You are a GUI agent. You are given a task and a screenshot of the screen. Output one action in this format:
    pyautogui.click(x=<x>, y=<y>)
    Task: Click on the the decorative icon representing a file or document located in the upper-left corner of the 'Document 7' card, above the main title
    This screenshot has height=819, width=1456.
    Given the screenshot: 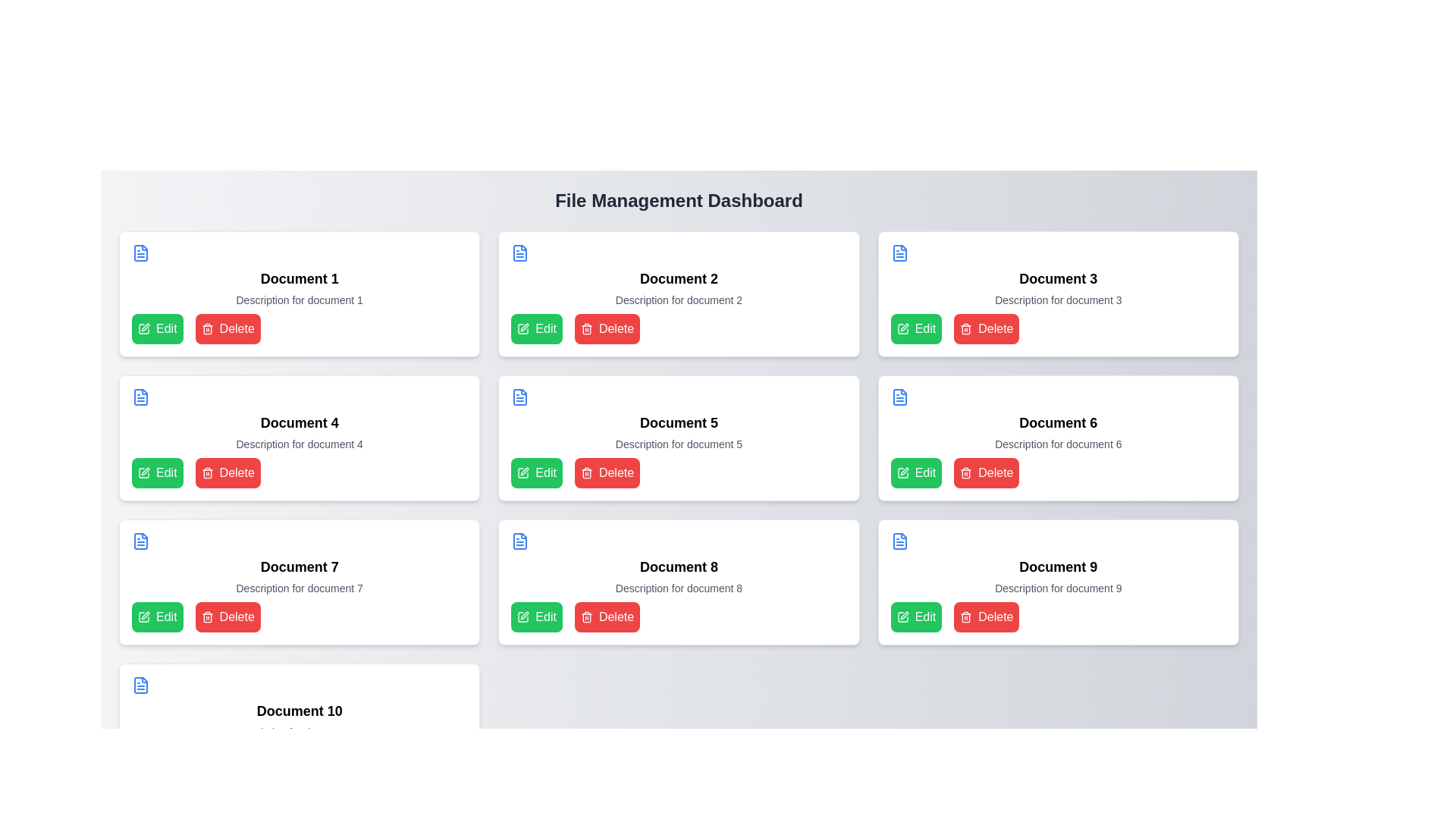 What is the action you would take?
    pyautogui.click(x=141, y=540)
    